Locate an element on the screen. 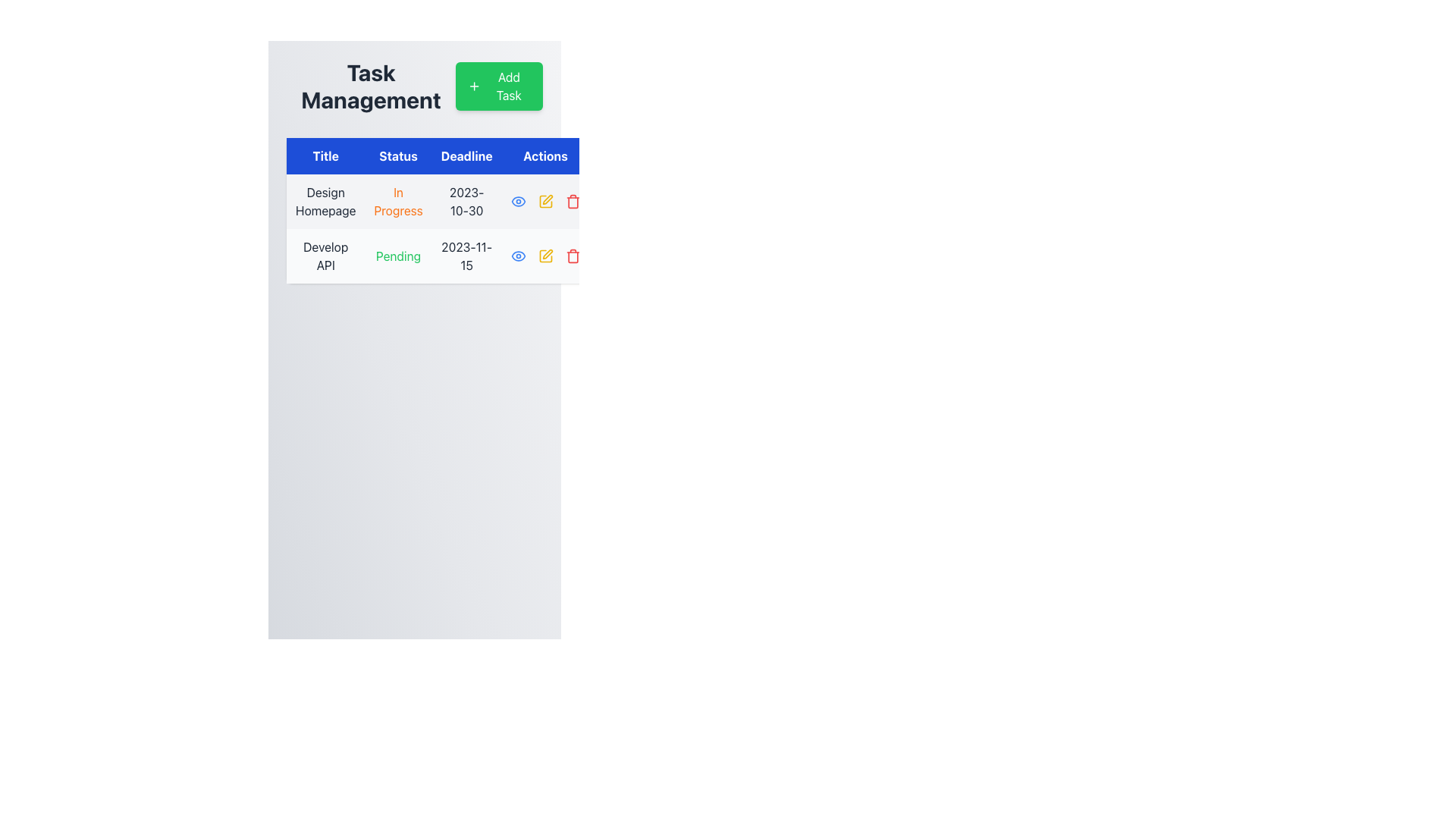  the header text indicating task management functionality, located at the top-left corner of the interface is located at coordinates (371, 86).